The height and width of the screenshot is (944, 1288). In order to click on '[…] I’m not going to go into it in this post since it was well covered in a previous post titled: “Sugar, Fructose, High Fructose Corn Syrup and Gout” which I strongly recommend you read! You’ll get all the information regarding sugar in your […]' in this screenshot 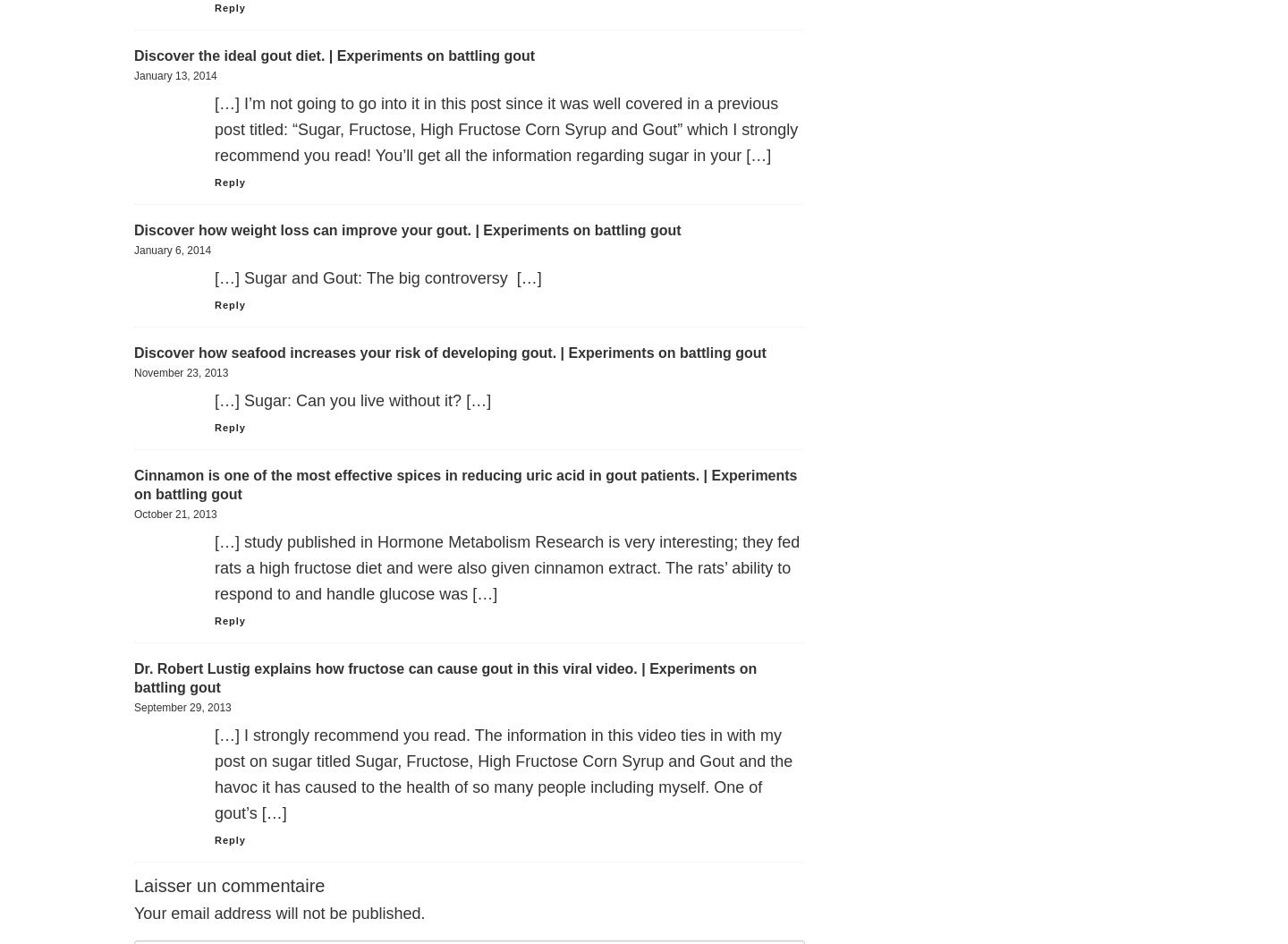, I will do `click(506, 129)`.